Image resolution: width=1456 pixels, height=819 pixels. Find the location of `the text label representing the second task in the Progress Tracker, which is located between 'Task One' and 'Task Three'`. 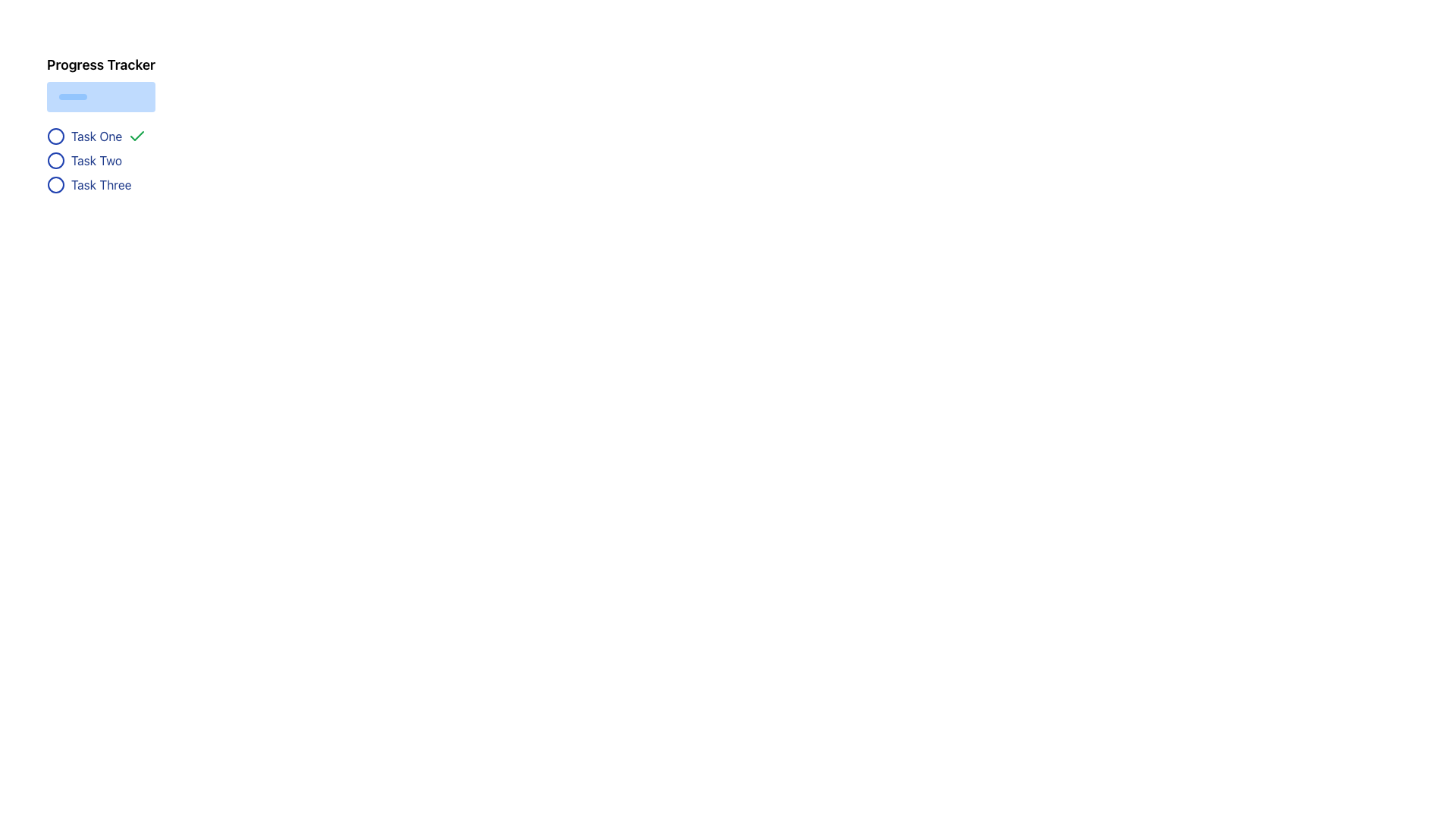

the text label representing the second task in the Progress Tracker, which is located between 'Task One' and 'Task Three' is located at coordinates (100, 161).